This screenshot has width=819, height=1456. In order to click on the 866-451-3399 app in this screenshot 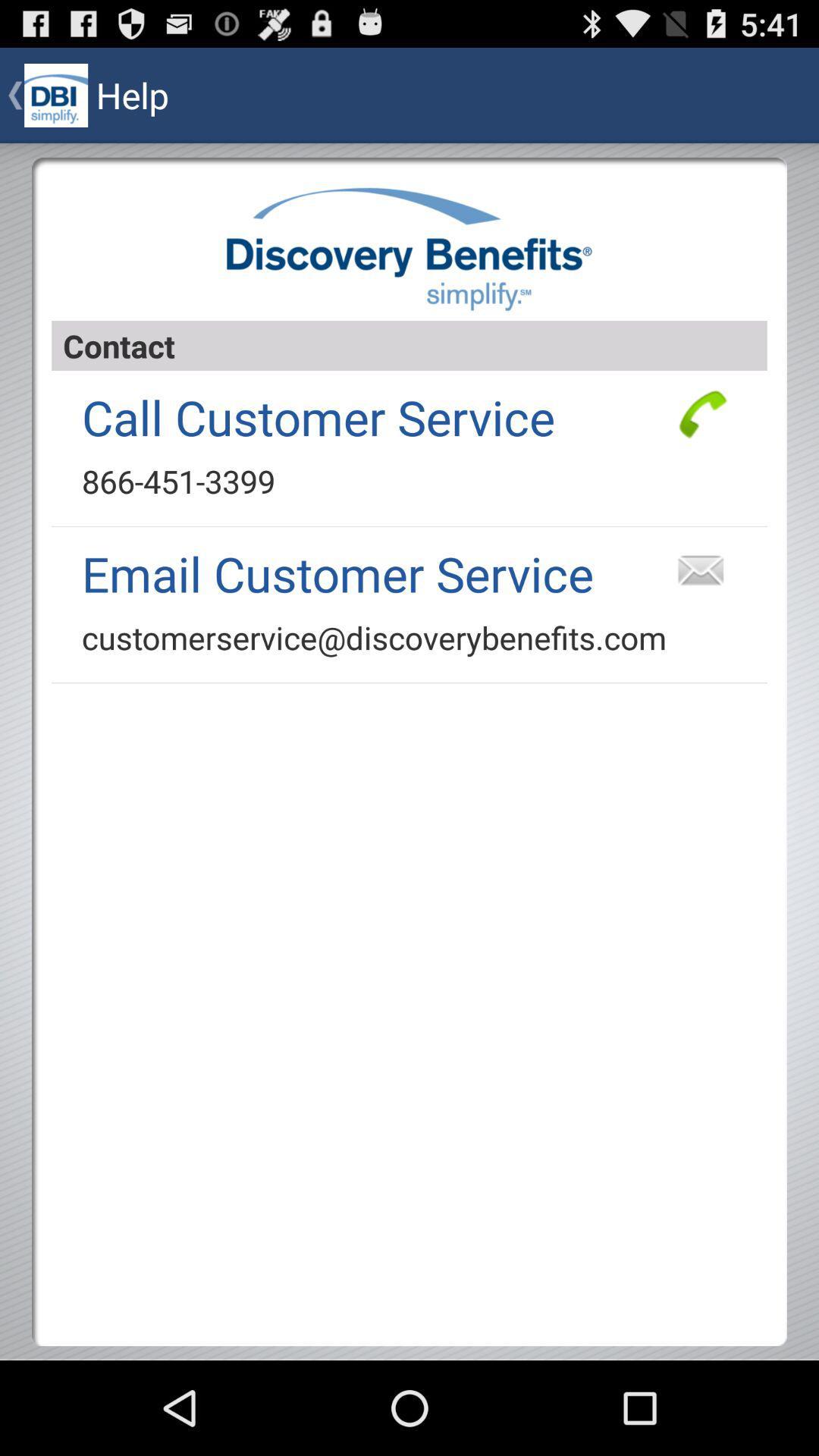, I will do `click(177, 480)`.